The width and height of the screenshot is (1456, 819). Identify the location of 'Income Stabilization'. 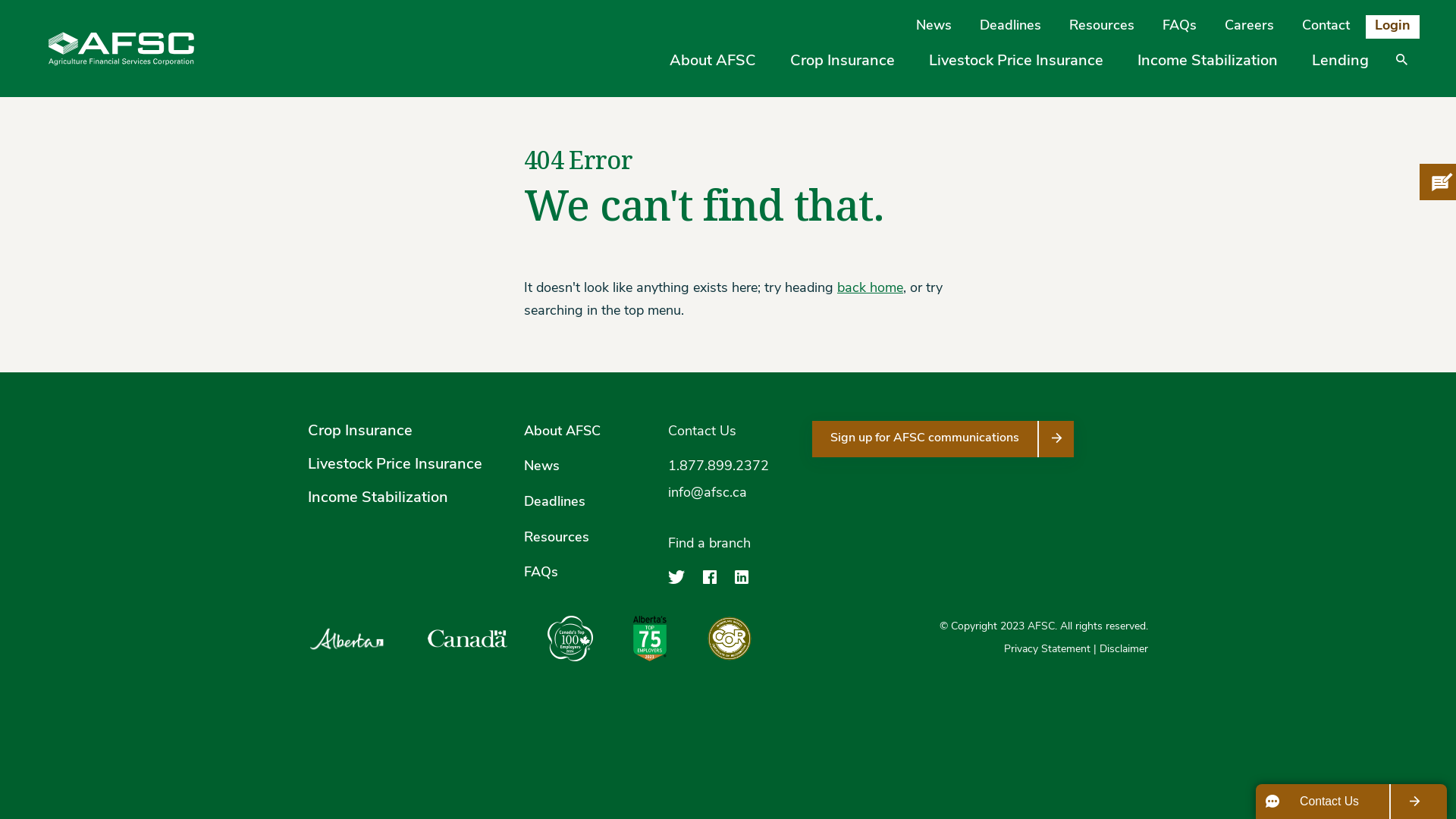
(1207, 61).